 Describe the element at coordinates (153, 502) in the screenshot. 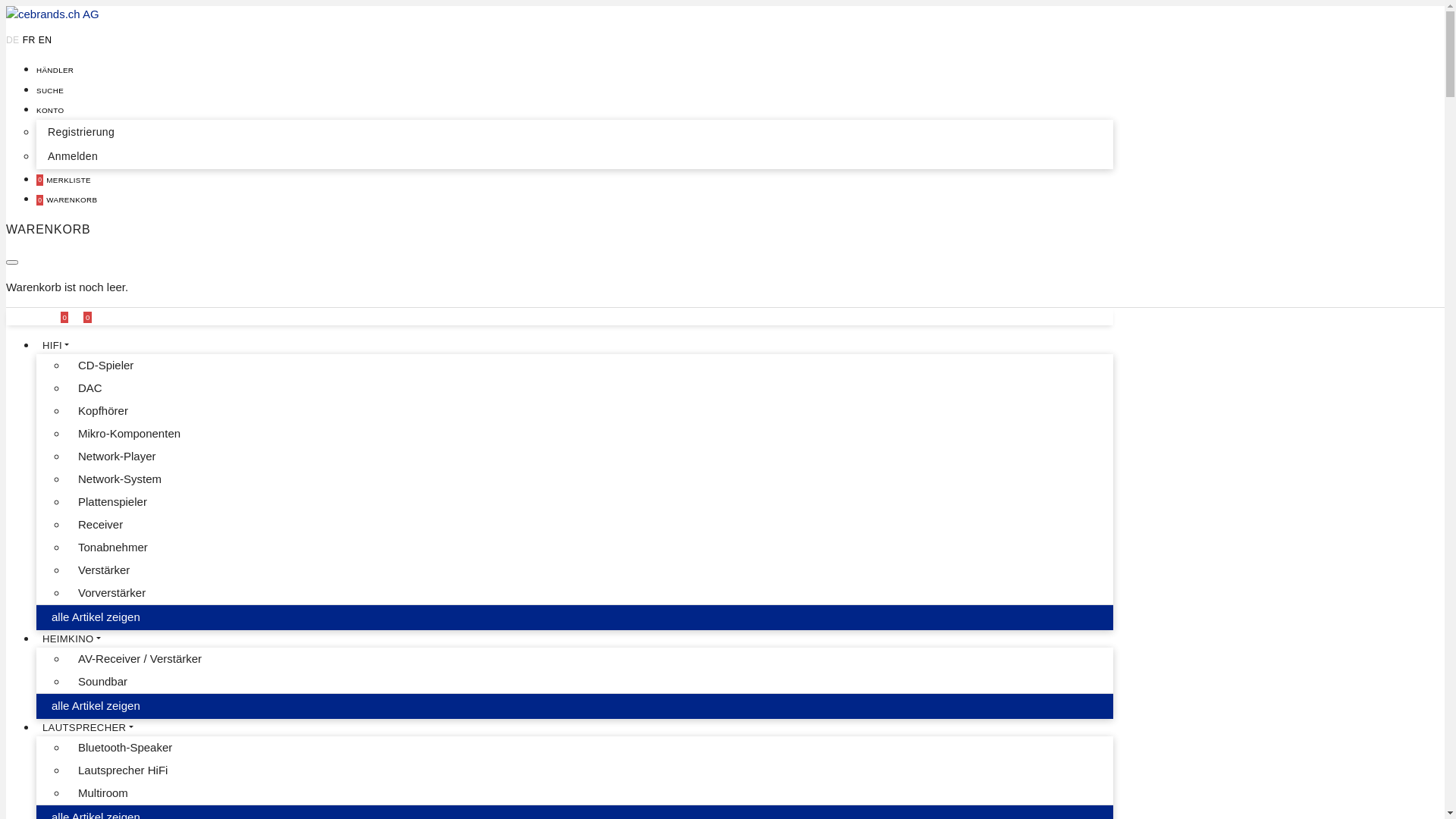

I see `'Plattenspieler'` at that location.